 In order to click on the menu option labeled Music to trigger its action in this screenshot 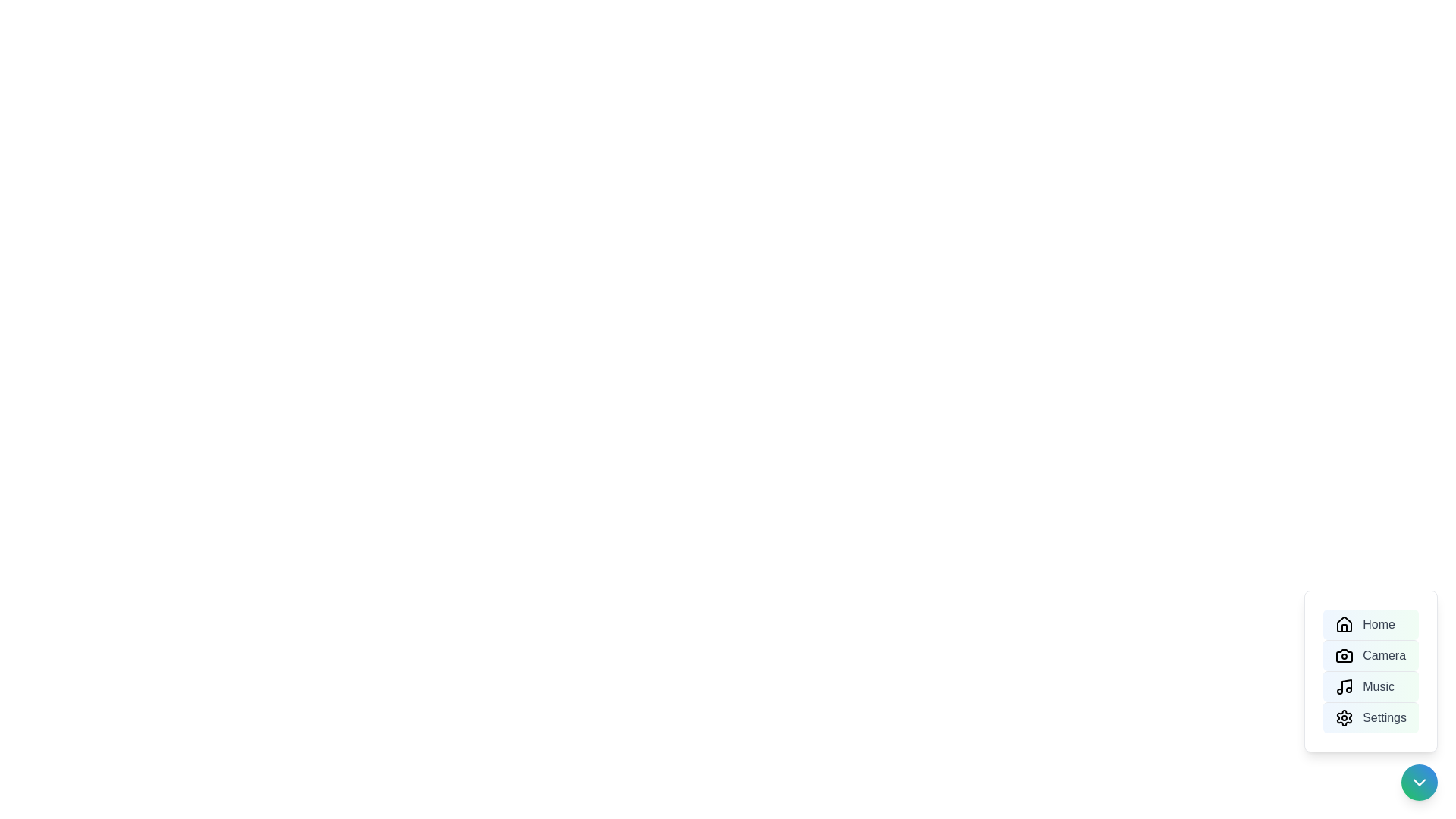, I will do `click(1371, 686)`.